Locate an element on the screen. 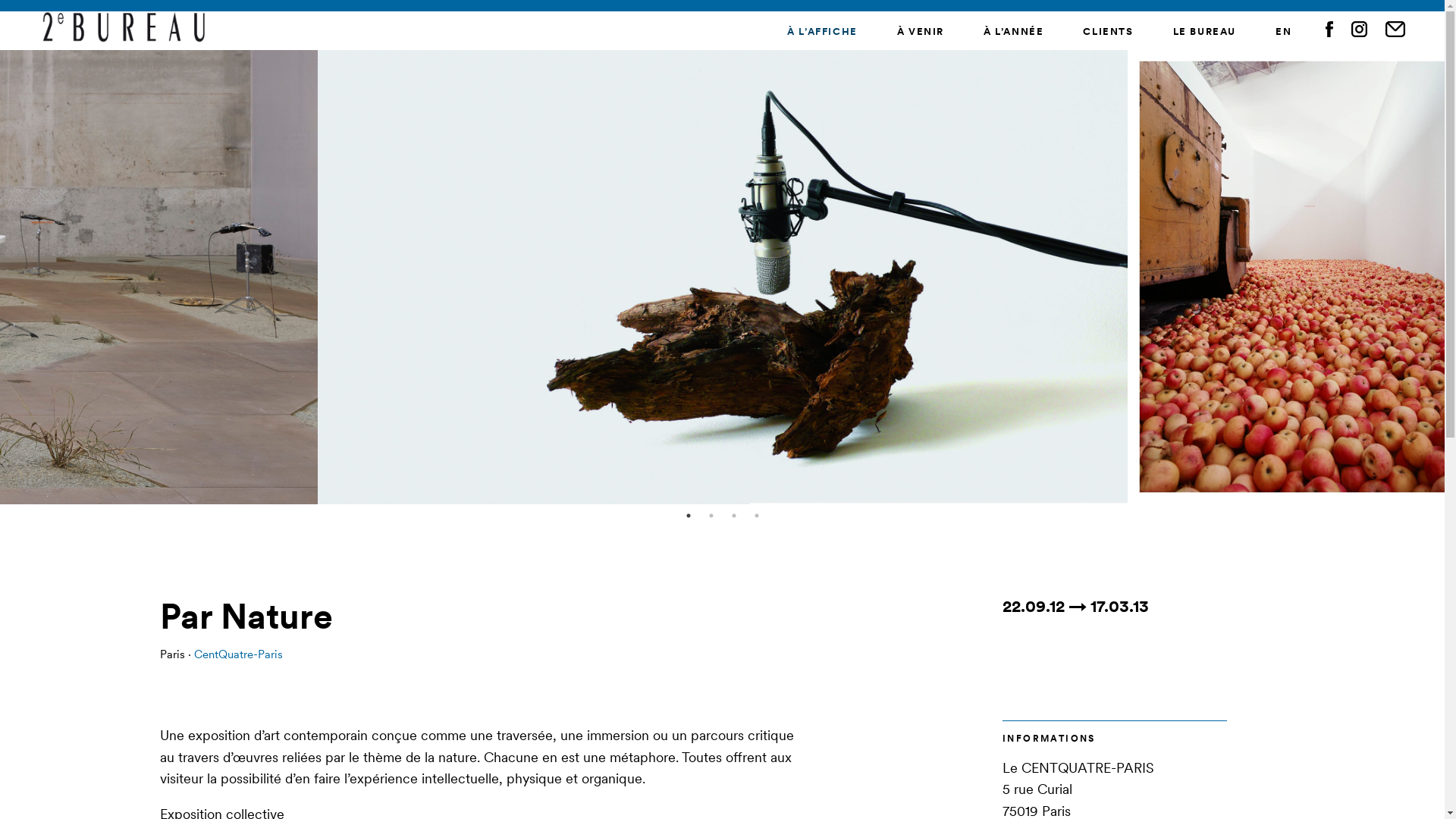 The height and width of the screenshot is (819, 1456). 'CLIENTS' is located at coordinates (1107, 31).